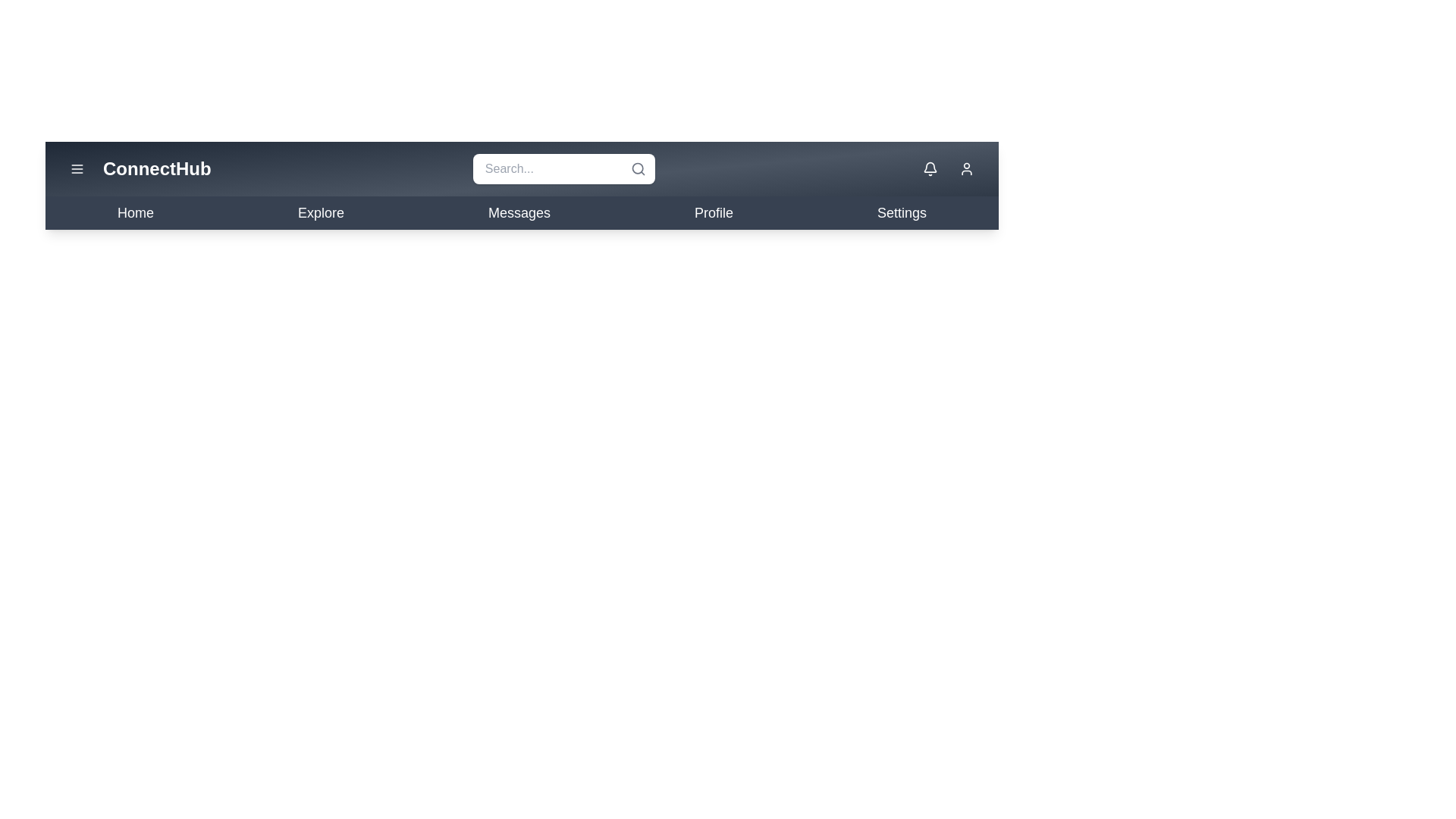  Describe the element at coordinates (76, 169) in the screenshot. I see `the menu button to toggle the menu visibility` at that location.